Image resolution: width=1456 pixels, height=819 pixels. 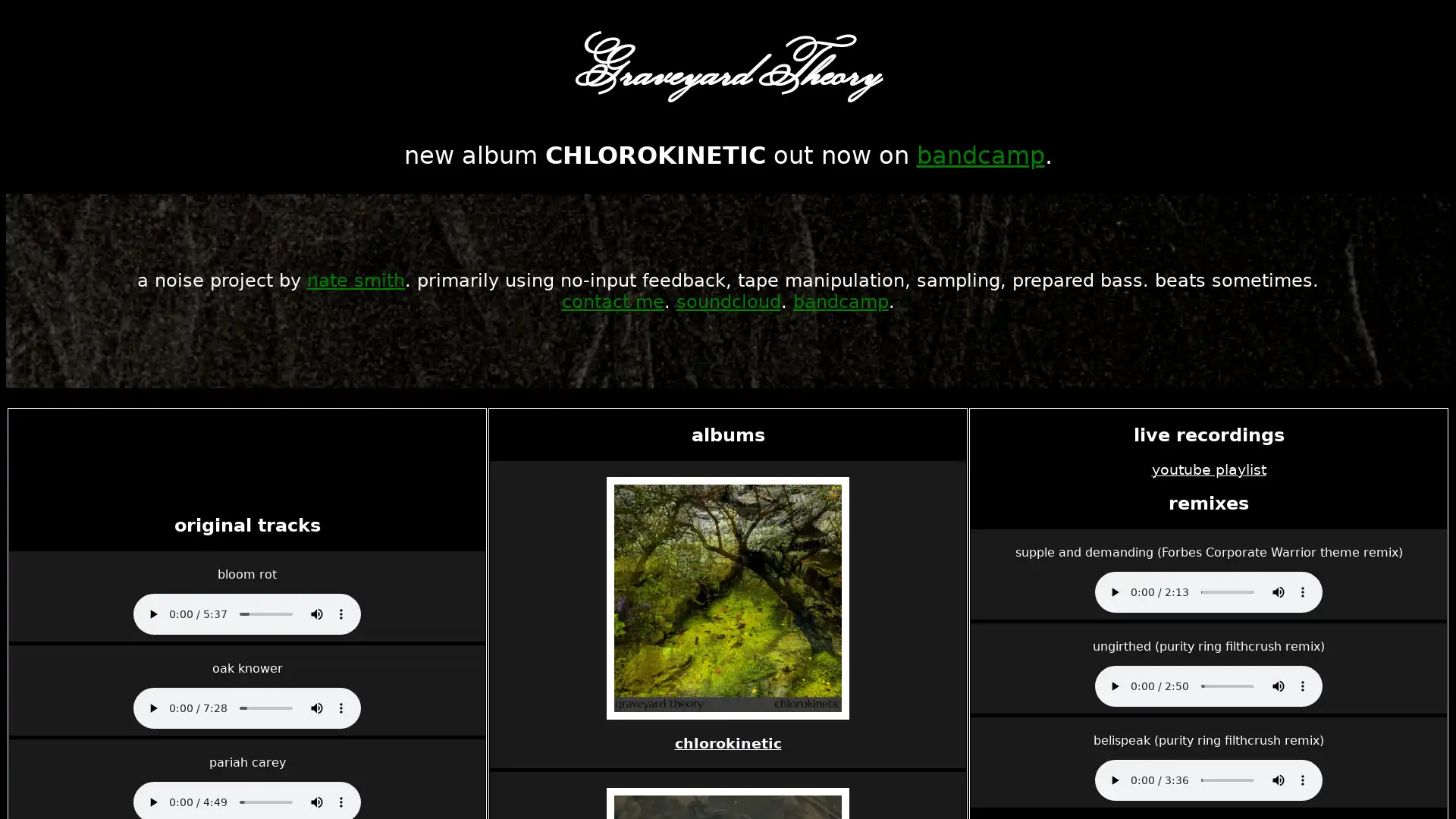 I want to click on show more media controls, so click(x=1302, y=780).